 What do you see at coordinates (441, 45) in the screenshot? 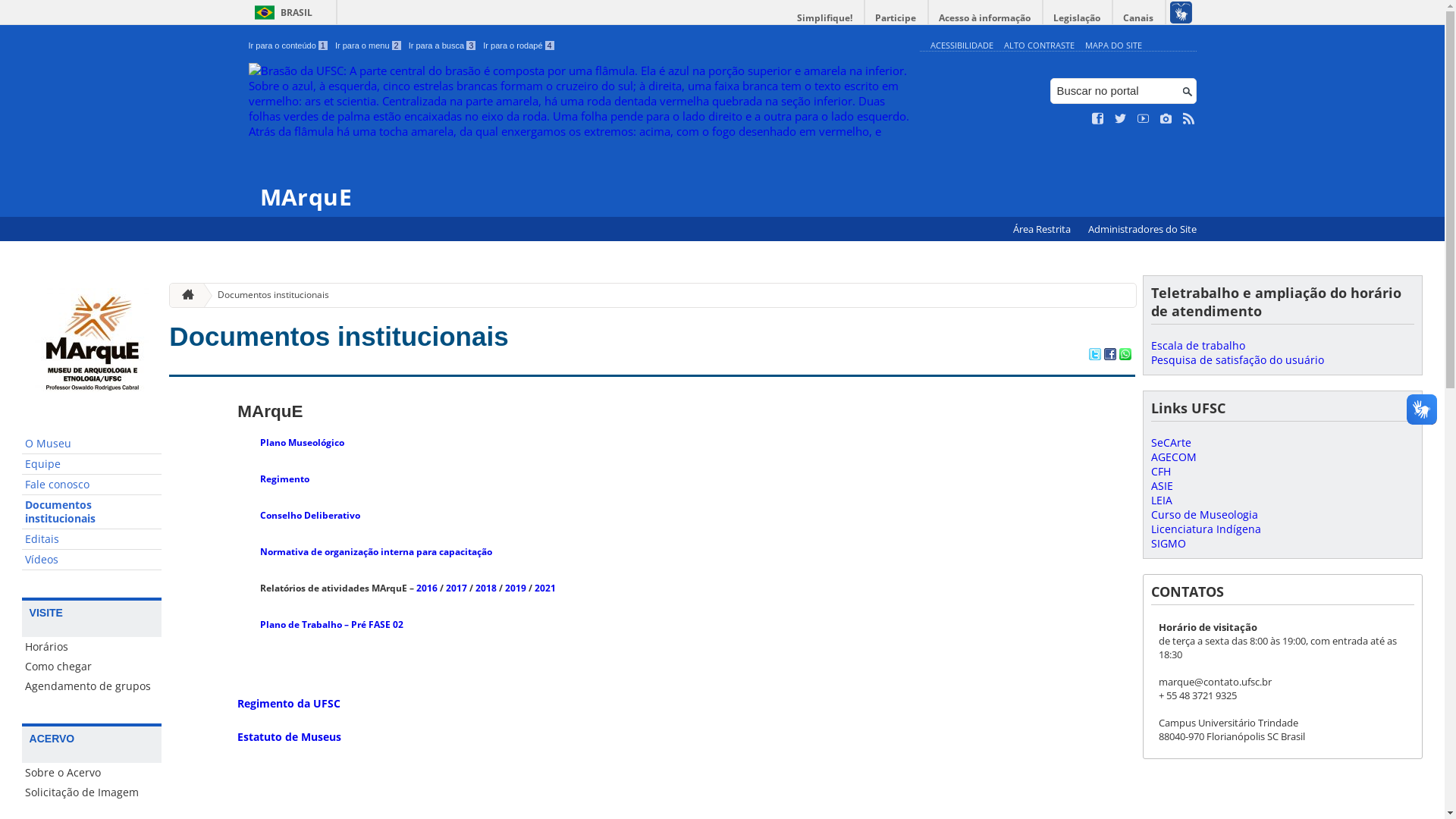
I see `'Ir para a busca 3'` at bounding box center [441, 45].